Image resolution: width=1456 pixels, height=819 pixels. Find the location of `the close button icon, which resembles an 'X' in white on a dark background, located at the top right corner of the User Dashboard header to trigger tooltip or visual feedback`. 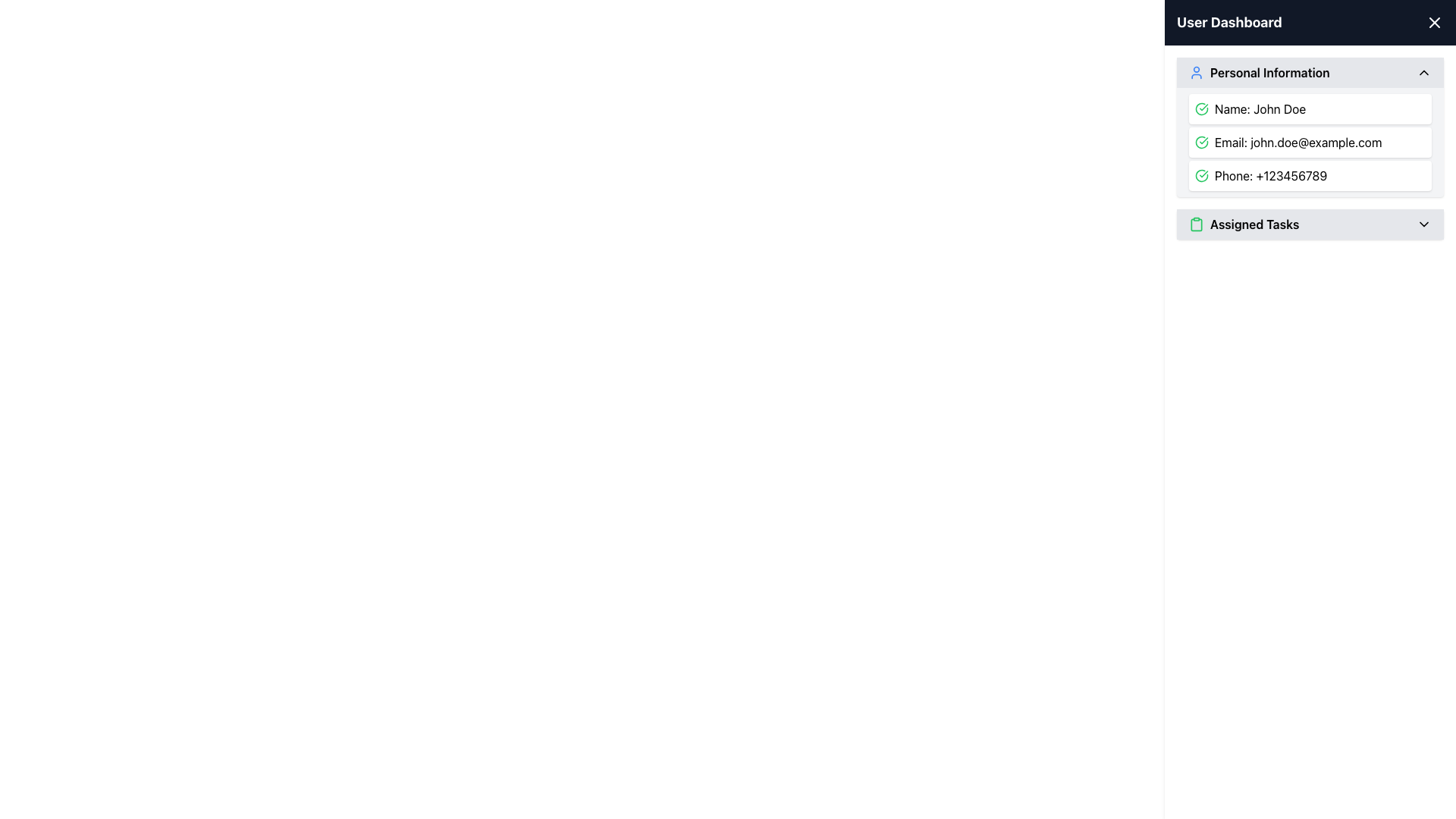

the close button icon, which resembles an 'X' in white on a dark background, located at the top right corner of the User Dashboard header to trigger tooltip or visual feedback is located at coordinates (1433, 23).